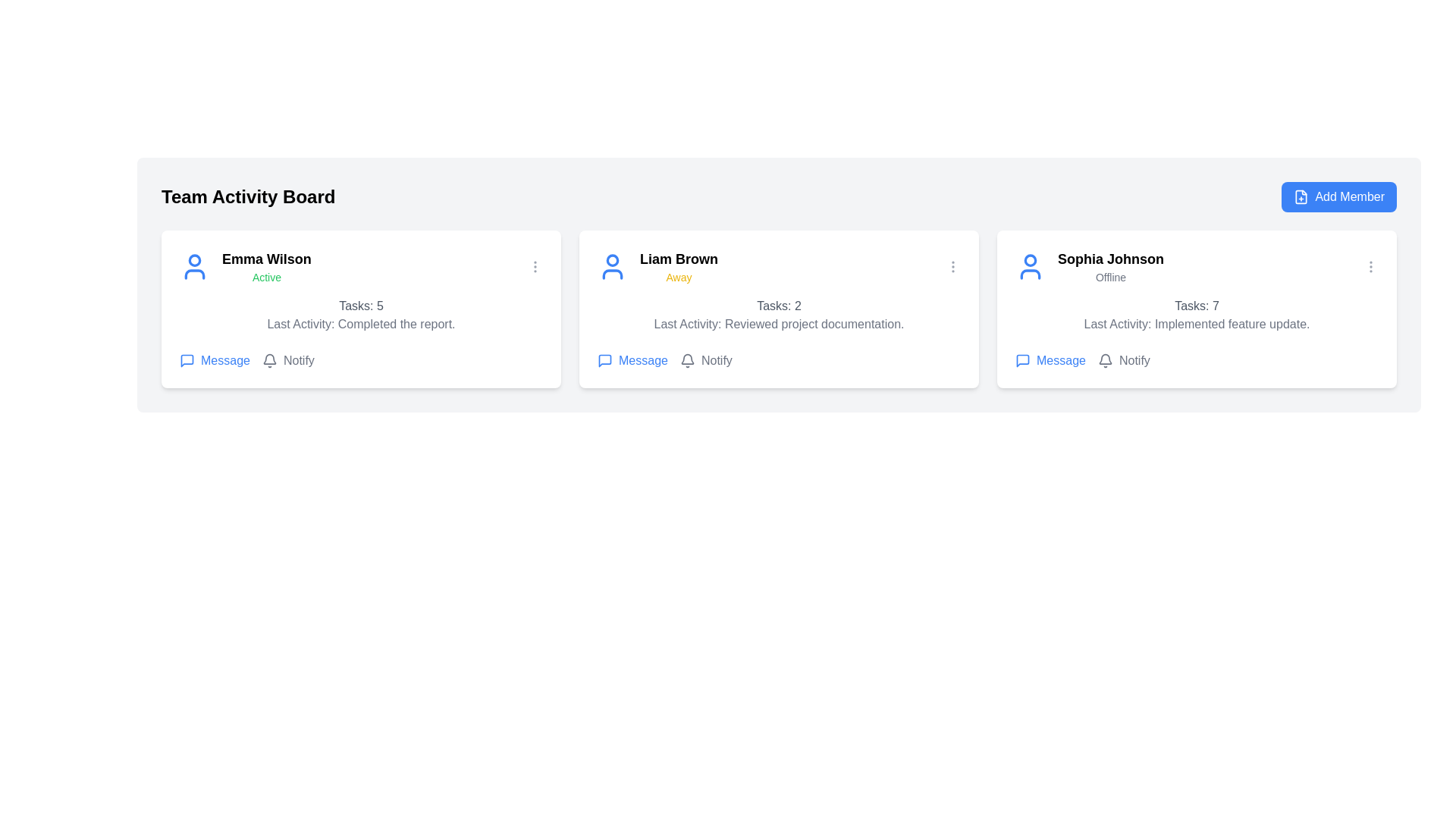 The width and height of the screenshot is (1456, 819). I want to click on the text label displaying 'Last Activity: Reviewed project documentation.' within the user activity card for Liam Brown, so click(779, 324).